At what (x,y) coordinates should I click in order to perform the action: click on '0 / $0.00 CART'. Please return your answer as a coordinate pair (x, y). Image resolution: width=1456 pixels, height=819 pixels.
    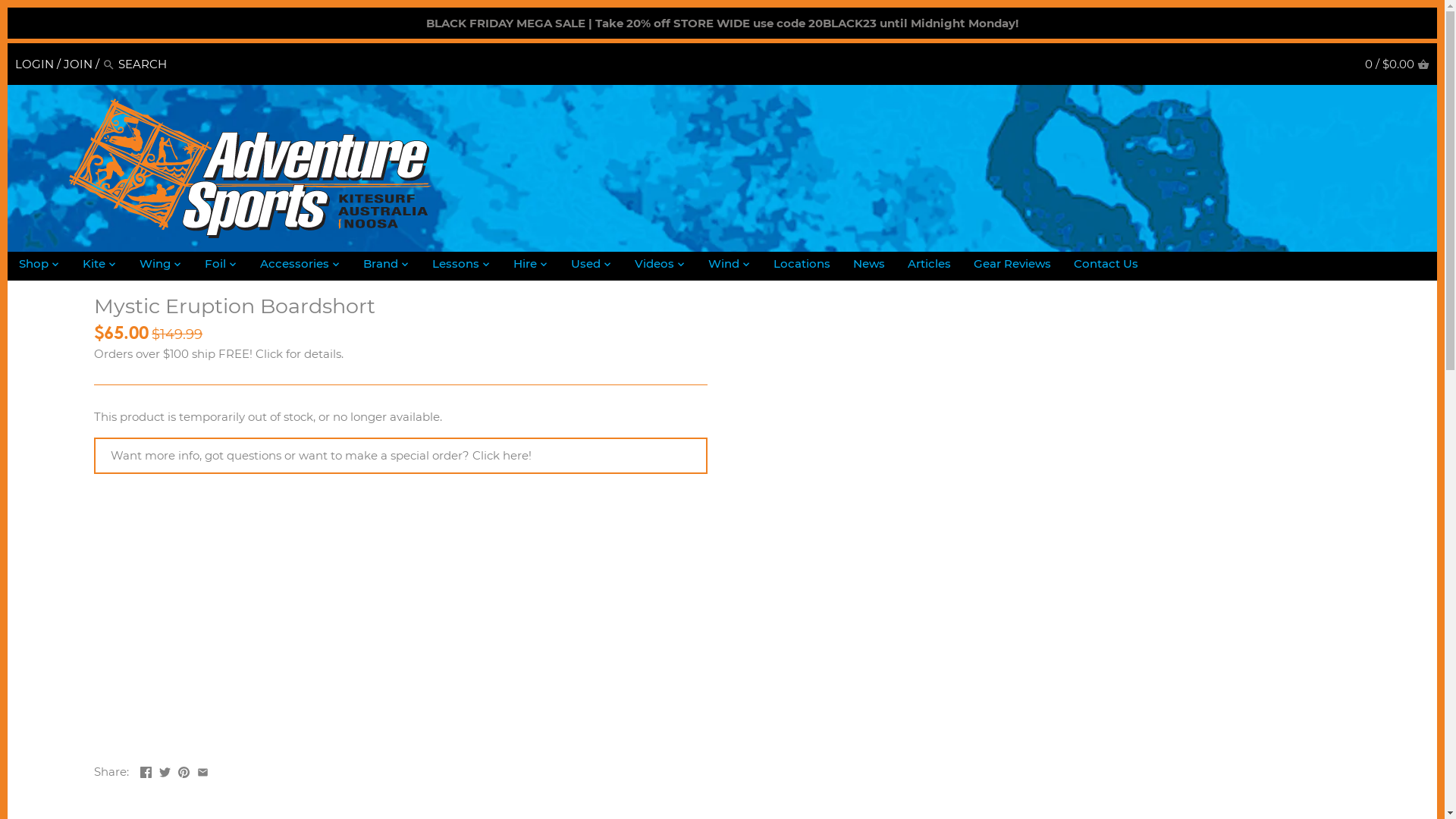
    Looking at the image, I should click on (1396, 62).